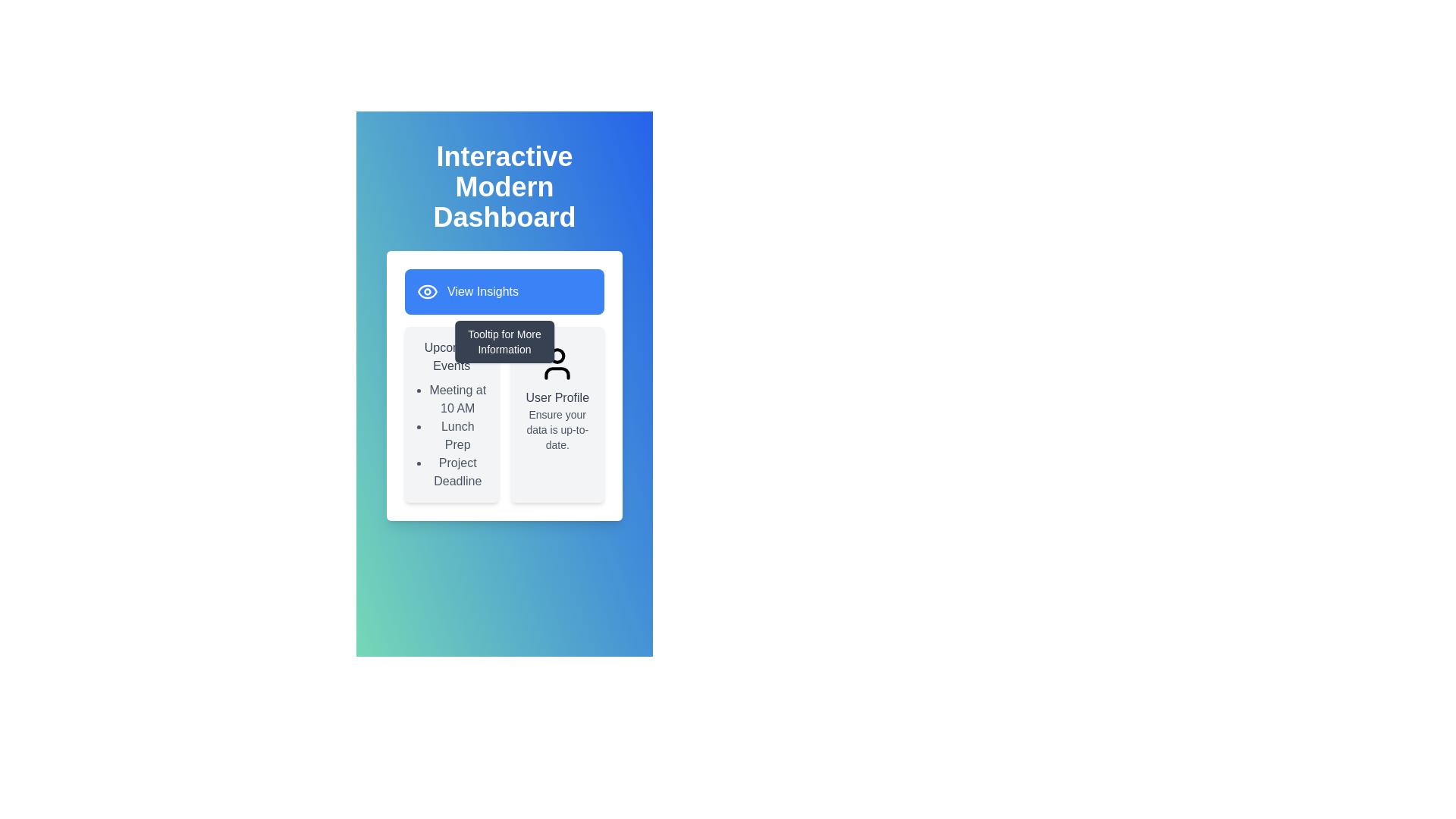 The width and height of the screenshot is (1456, 819). What do you see at coordinates (457, 435) in the screenshot?
I see `the 'Lunch Prep' text item in the bulleted list to interact with its associated event` at bounding box center [457, 435].